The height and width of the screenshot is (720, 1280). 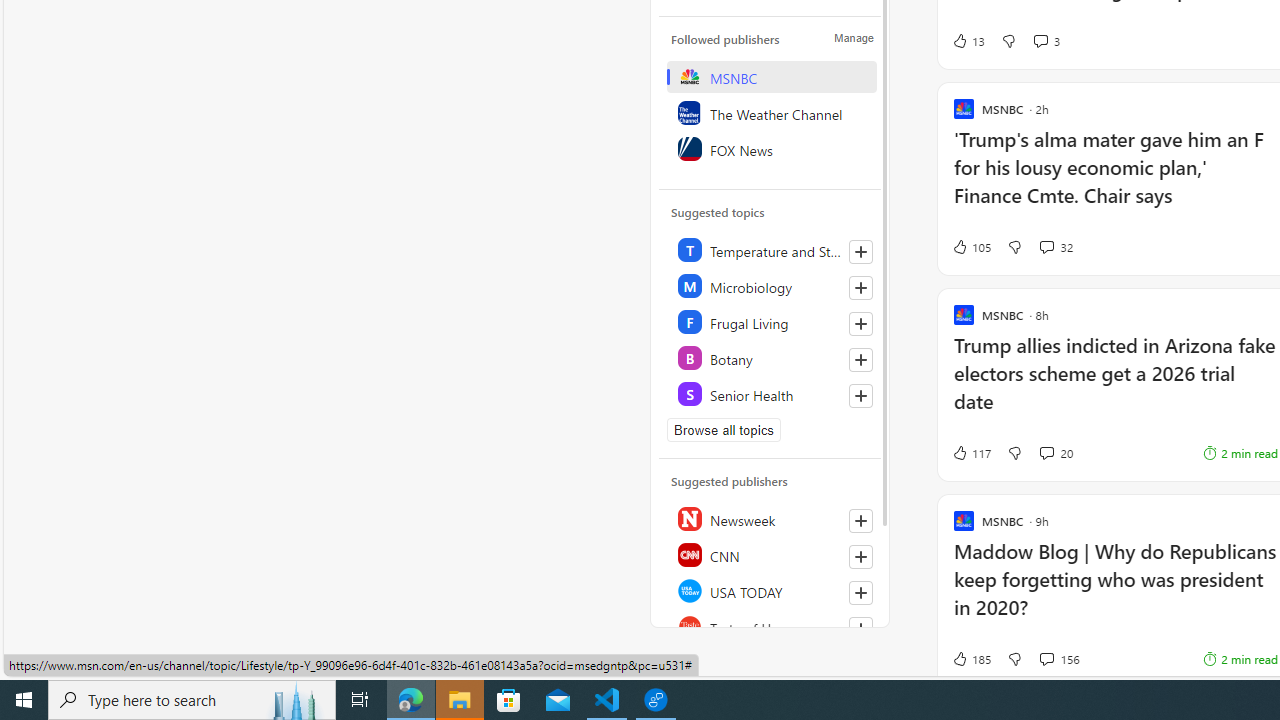 I want to click on 'Follow this source', so click(x=860, y=627).